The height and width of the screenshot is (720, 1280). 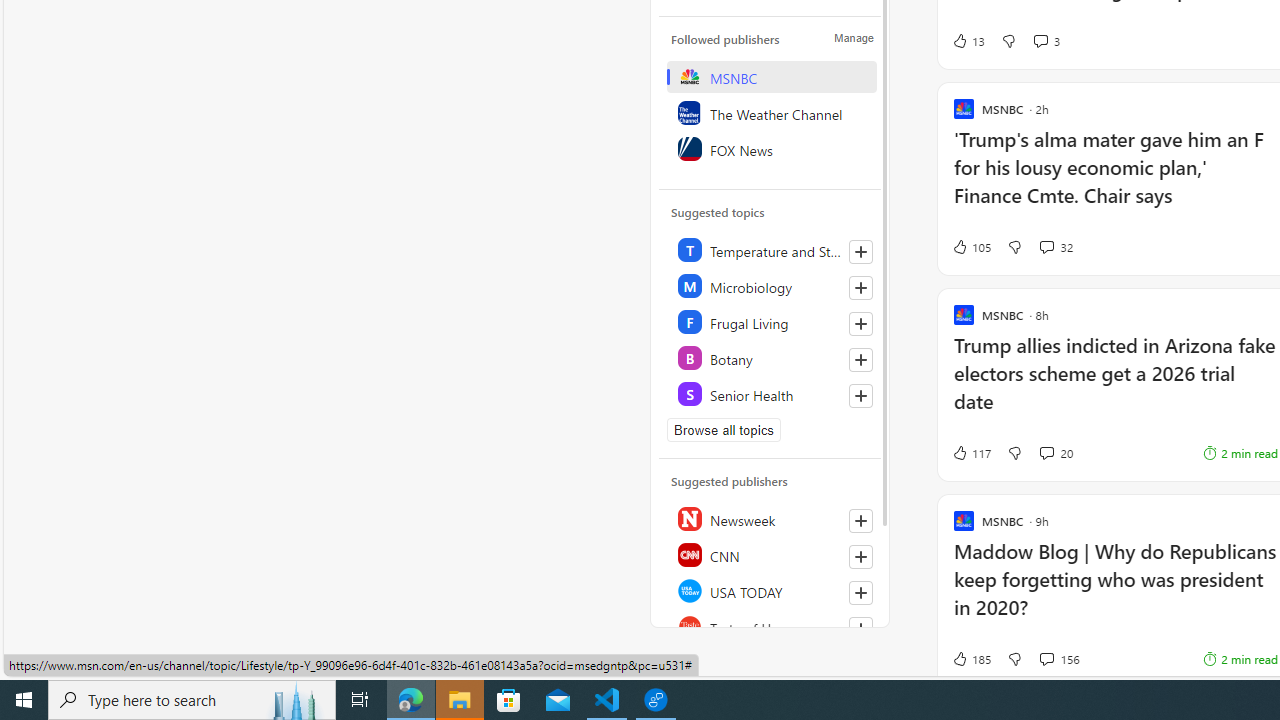 I want to click on 'Follow this source', so click(x=860, y=627).